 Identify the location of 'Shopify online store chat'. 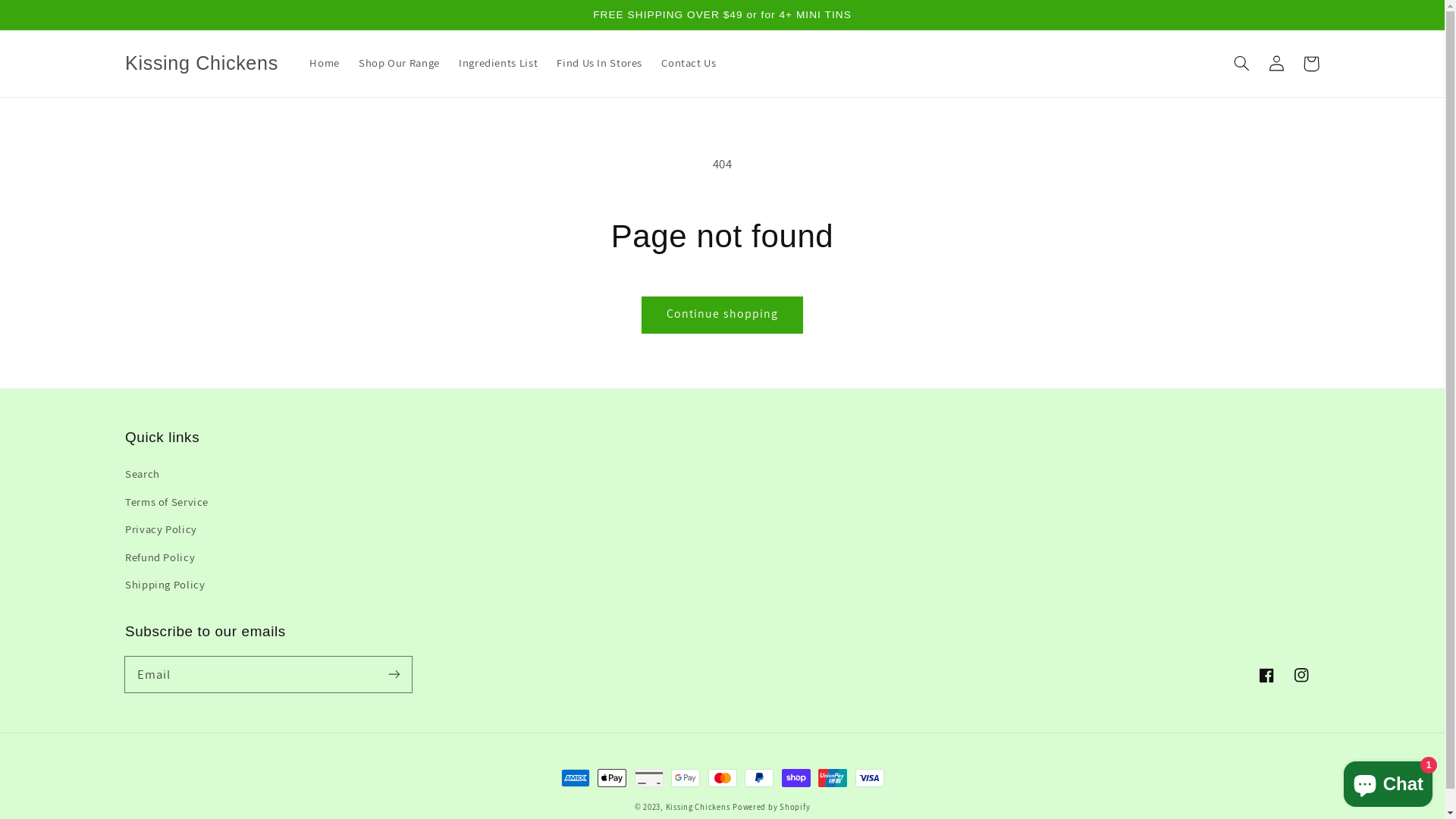
(1388, 780).